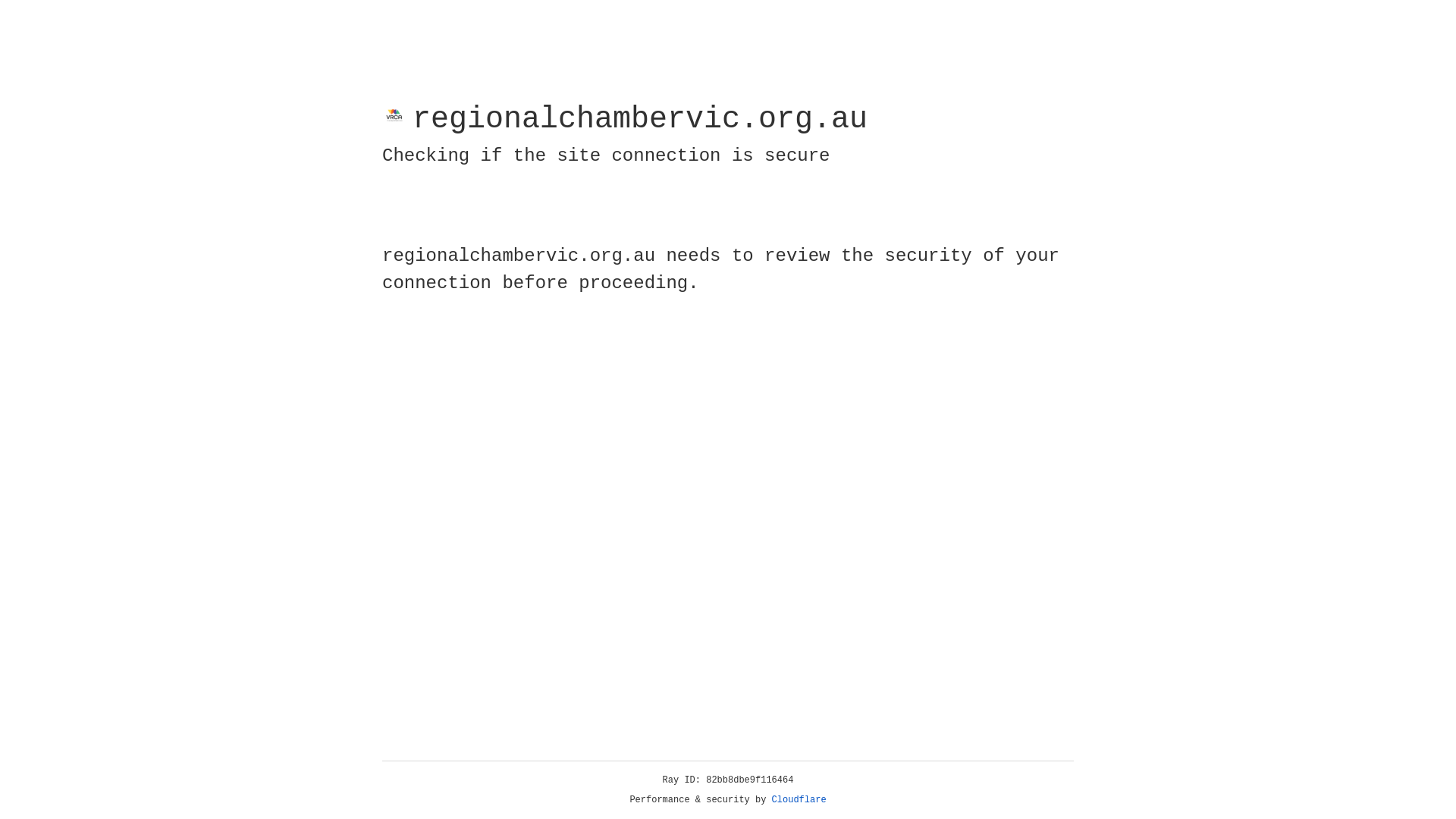 This screenshot has height=819, width=1456. What do you see at coordinates (799, 799) in the screenshot?
I see `'Cloudflare'` at bounding box center [799, 799].